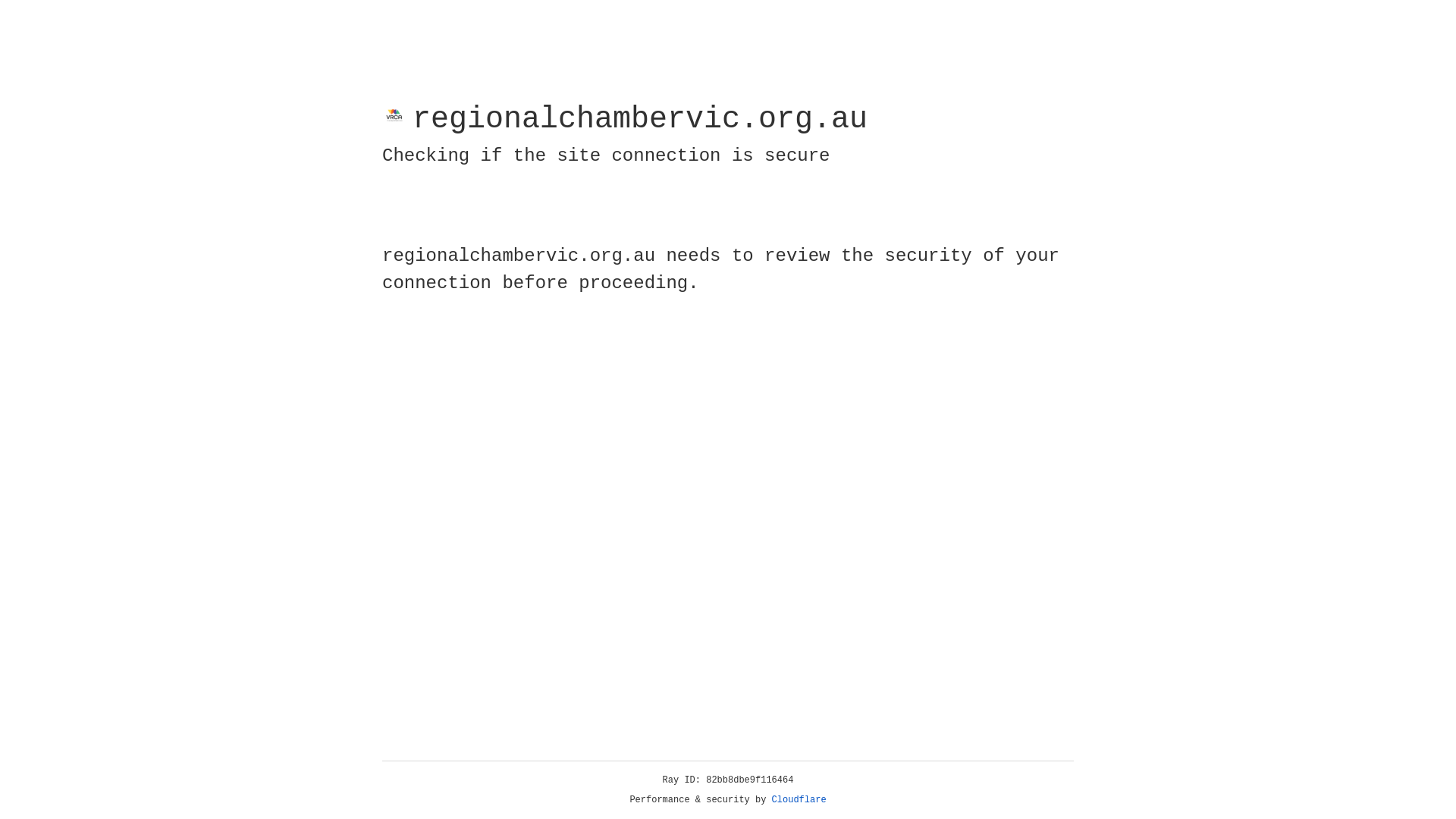 This screenshot has height=819, width=1456. What do you see at coordinates (799, 799) in the screenshot?
I see `'Cloudflare'` at bounding box center [799, 799].